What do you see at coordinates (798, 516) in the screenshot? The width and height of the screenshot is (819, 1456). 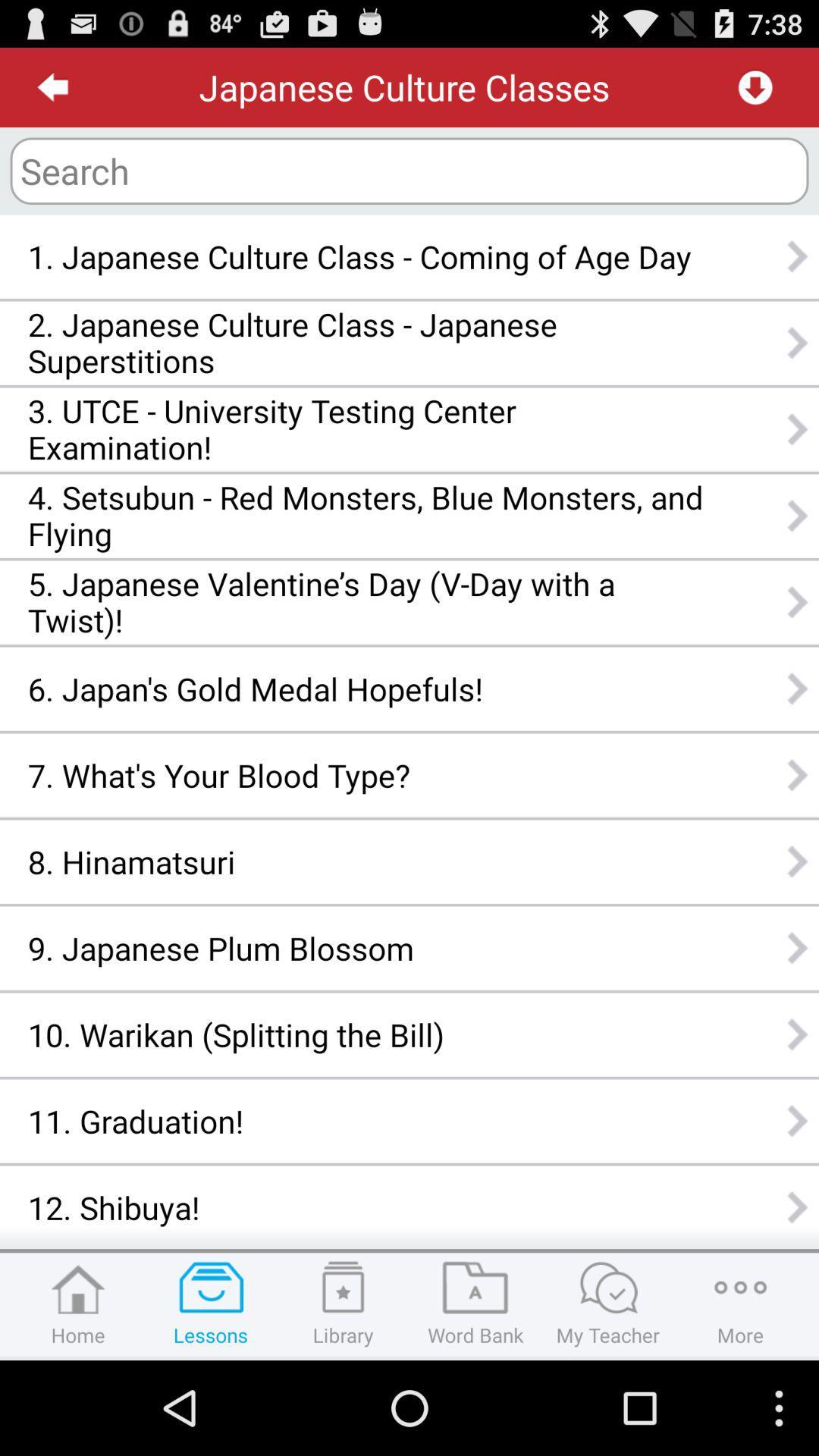 I see `right of fourth option` at bounding box center [798, 516].